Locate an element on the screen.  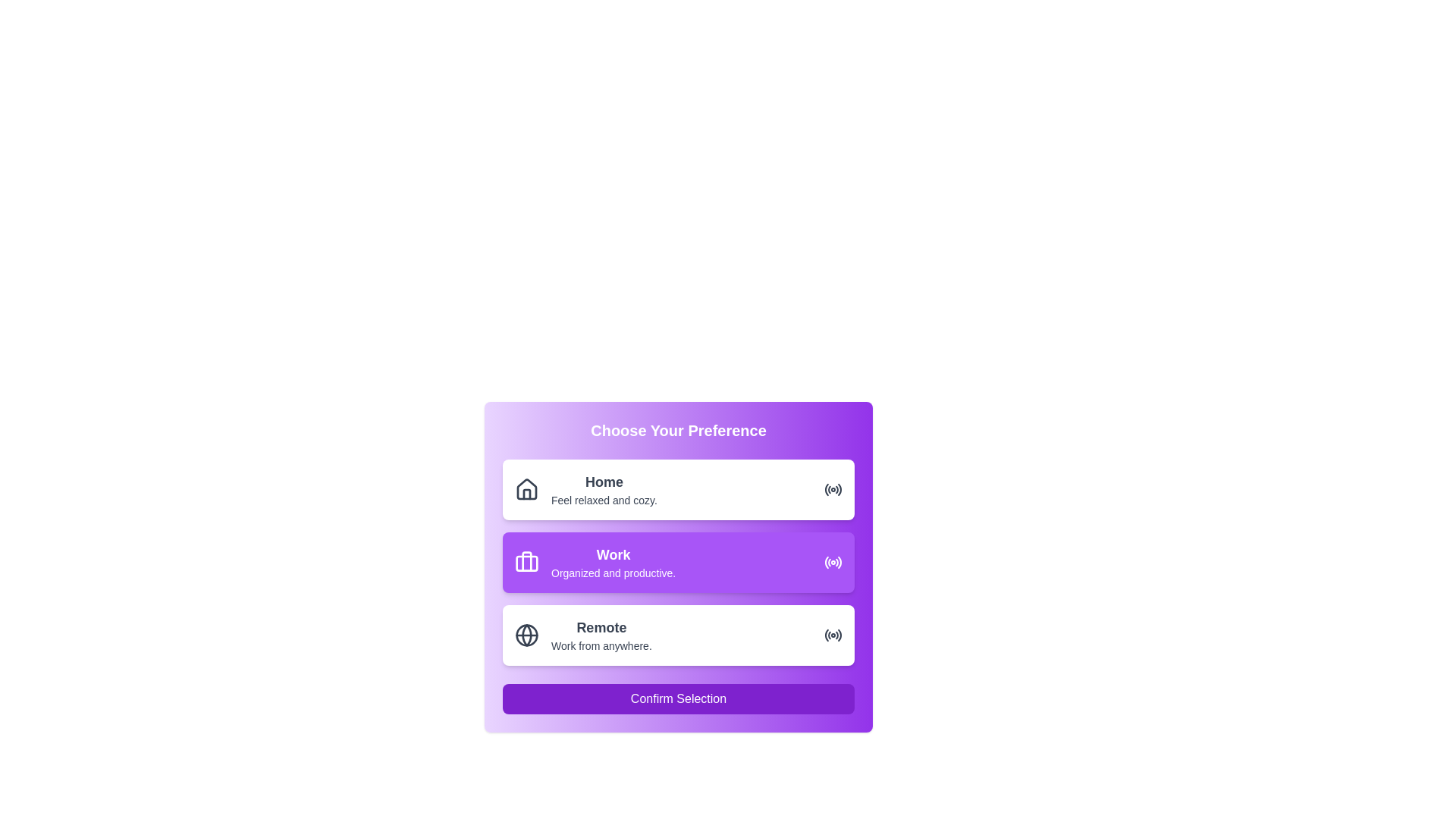
the representation of the briefcase icon on a purple background located in the 'Work' section, positioned left of the text 'Work Organized and productive.' is located at coordinates (527, 562).